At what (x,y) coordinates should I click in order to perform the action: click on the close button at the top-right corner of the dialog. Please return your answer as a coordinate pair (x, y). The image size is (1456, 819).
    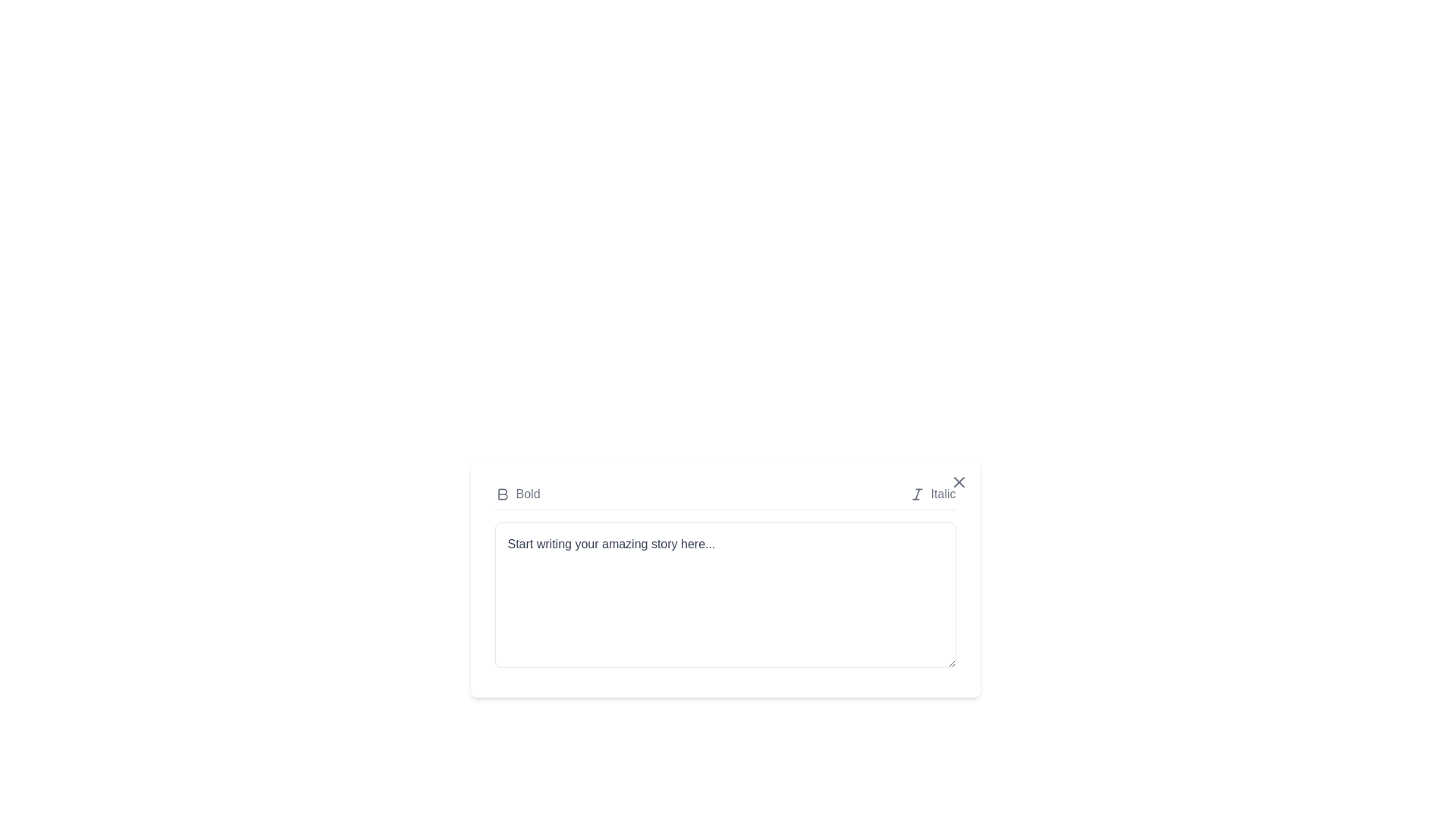
    Looking at the image, I should click on (958, 482).